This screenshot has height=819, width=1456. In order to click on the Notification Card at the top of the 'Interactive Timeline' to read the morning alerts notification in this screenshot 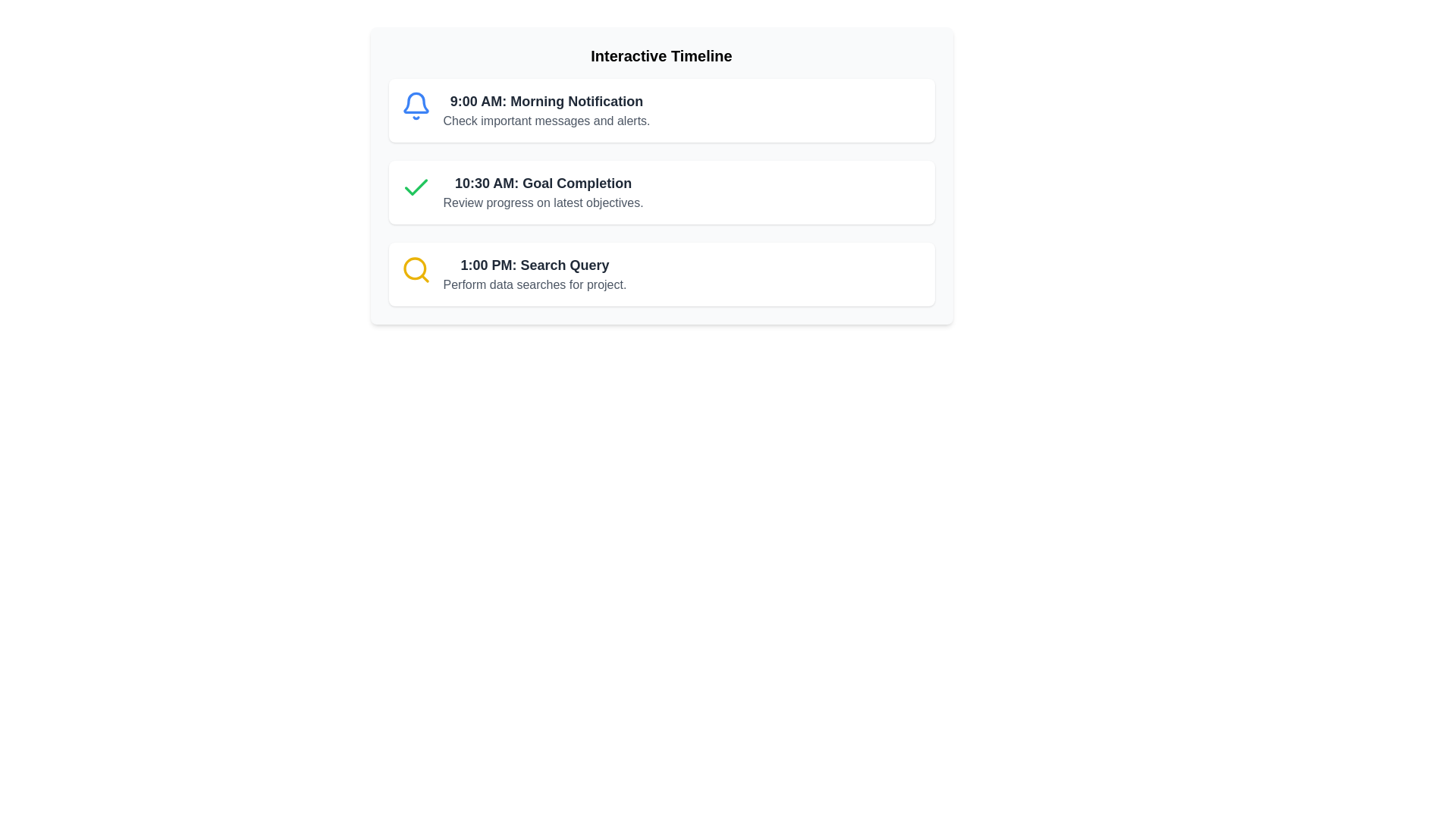, I will do `click(661, 110)`.